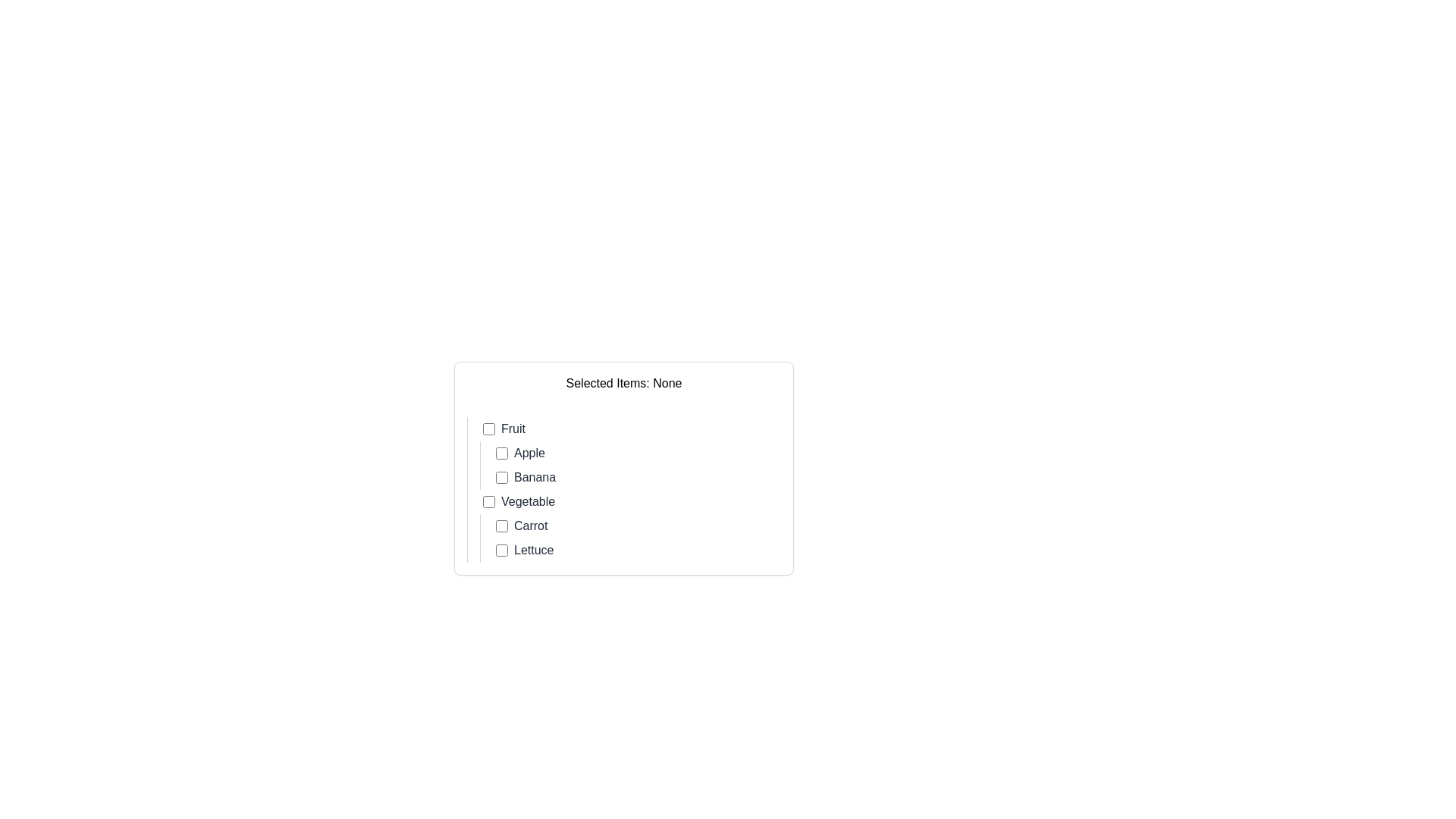 The image size is (1456, 819). Describe the element at coordinates (502, 526) in the screenshot. I see `the checkbox located to the left of the text 'Carrot'` at that location.